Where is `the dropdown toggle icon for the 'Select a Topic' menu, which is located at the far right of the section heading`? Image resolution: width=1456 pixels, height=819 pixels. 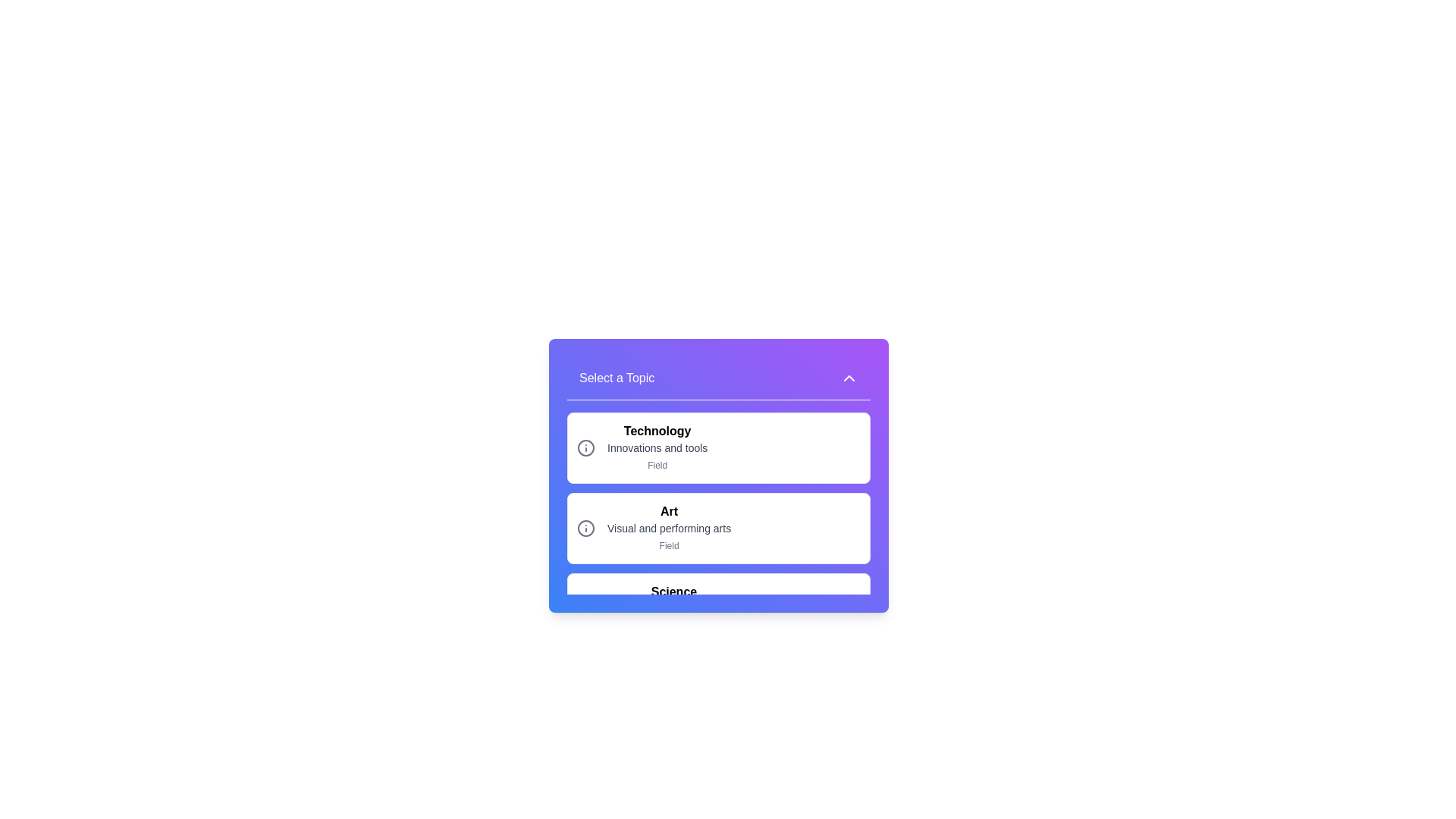
the dropdown toggle icon for the 'Select a Topic' menu, which is located at the far right of the section heading is located at coordinates (848, 377).